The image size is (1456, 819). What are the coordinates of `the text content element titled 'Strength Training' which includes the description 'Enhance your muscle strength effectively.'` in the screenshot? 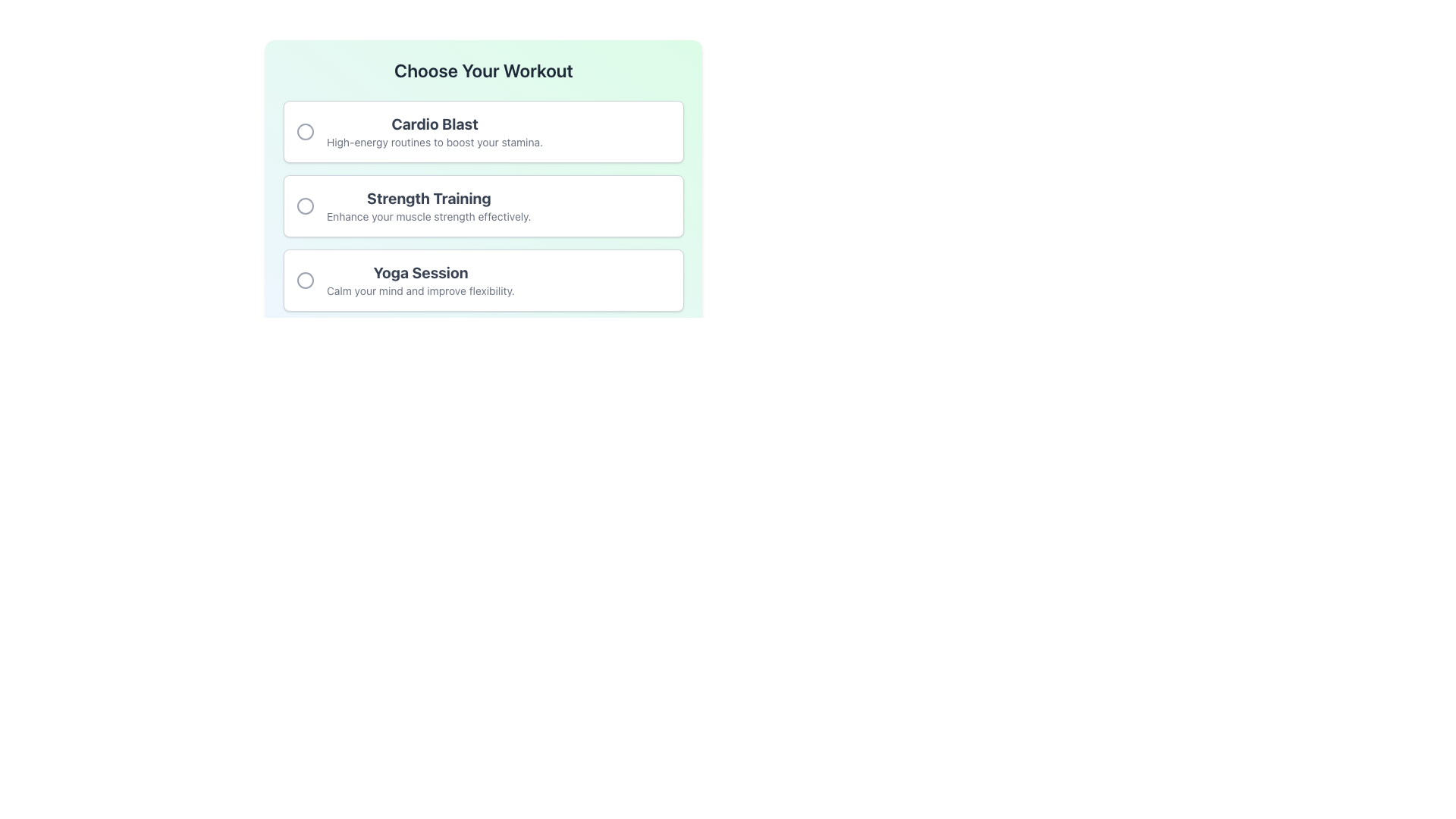 It's located at (428, 206).